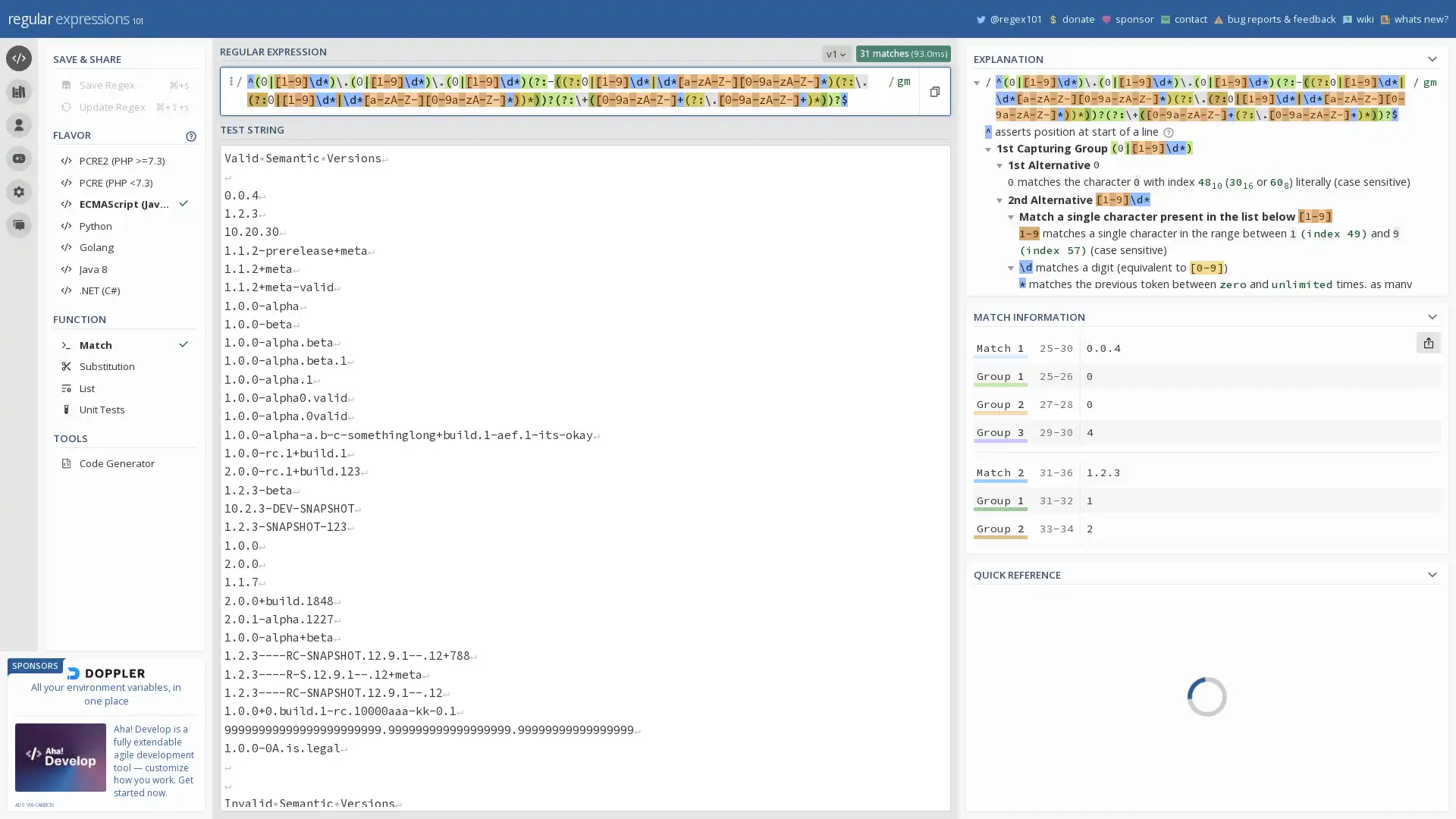  What do you see at coordinates (1013, 644) in the screenshot?
I see `Collapse Subtree` at bounding box center [1013, 644].